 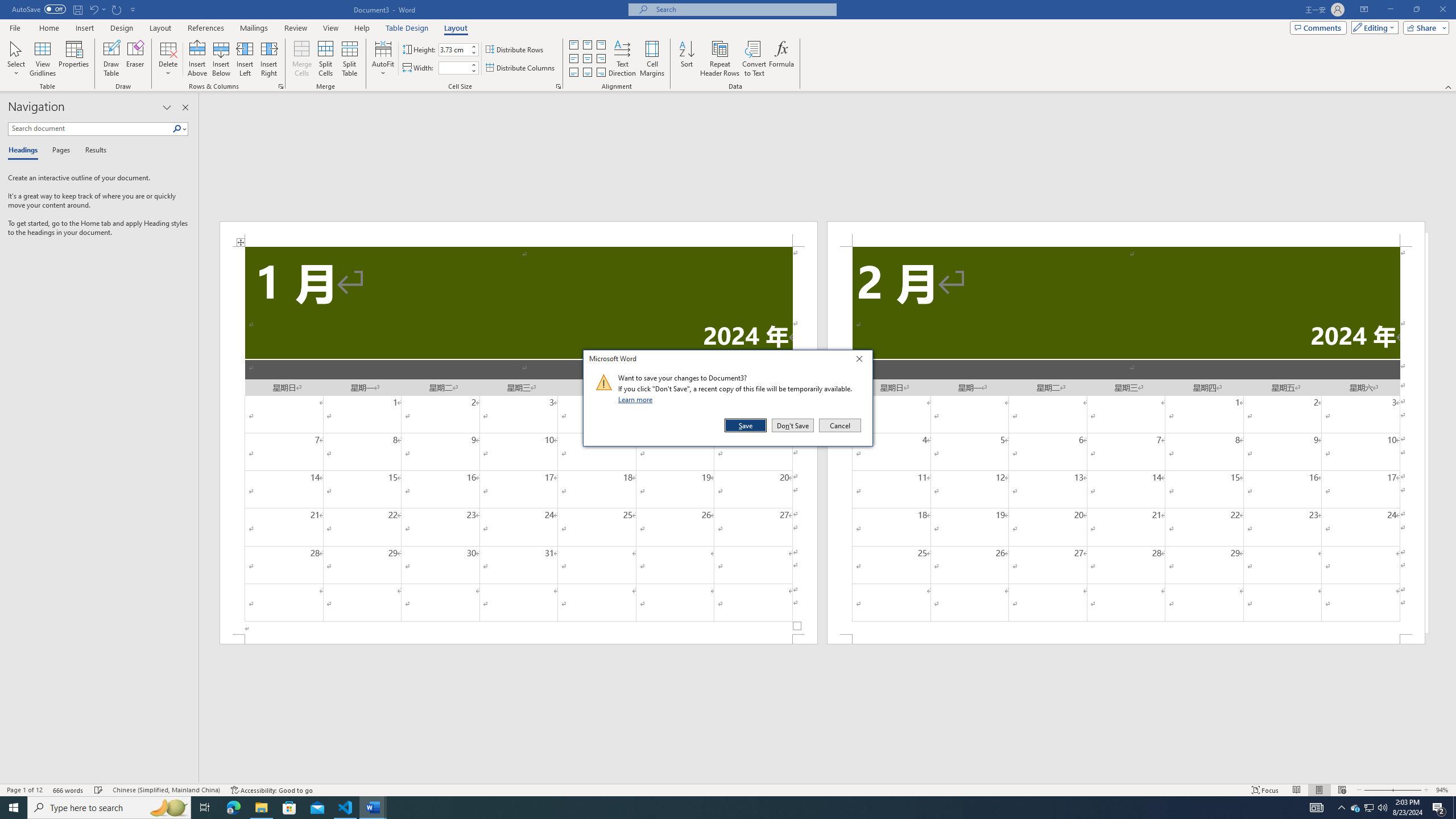 I want to click on 'Quick Access Toolbar', so click(x=74, y=9).